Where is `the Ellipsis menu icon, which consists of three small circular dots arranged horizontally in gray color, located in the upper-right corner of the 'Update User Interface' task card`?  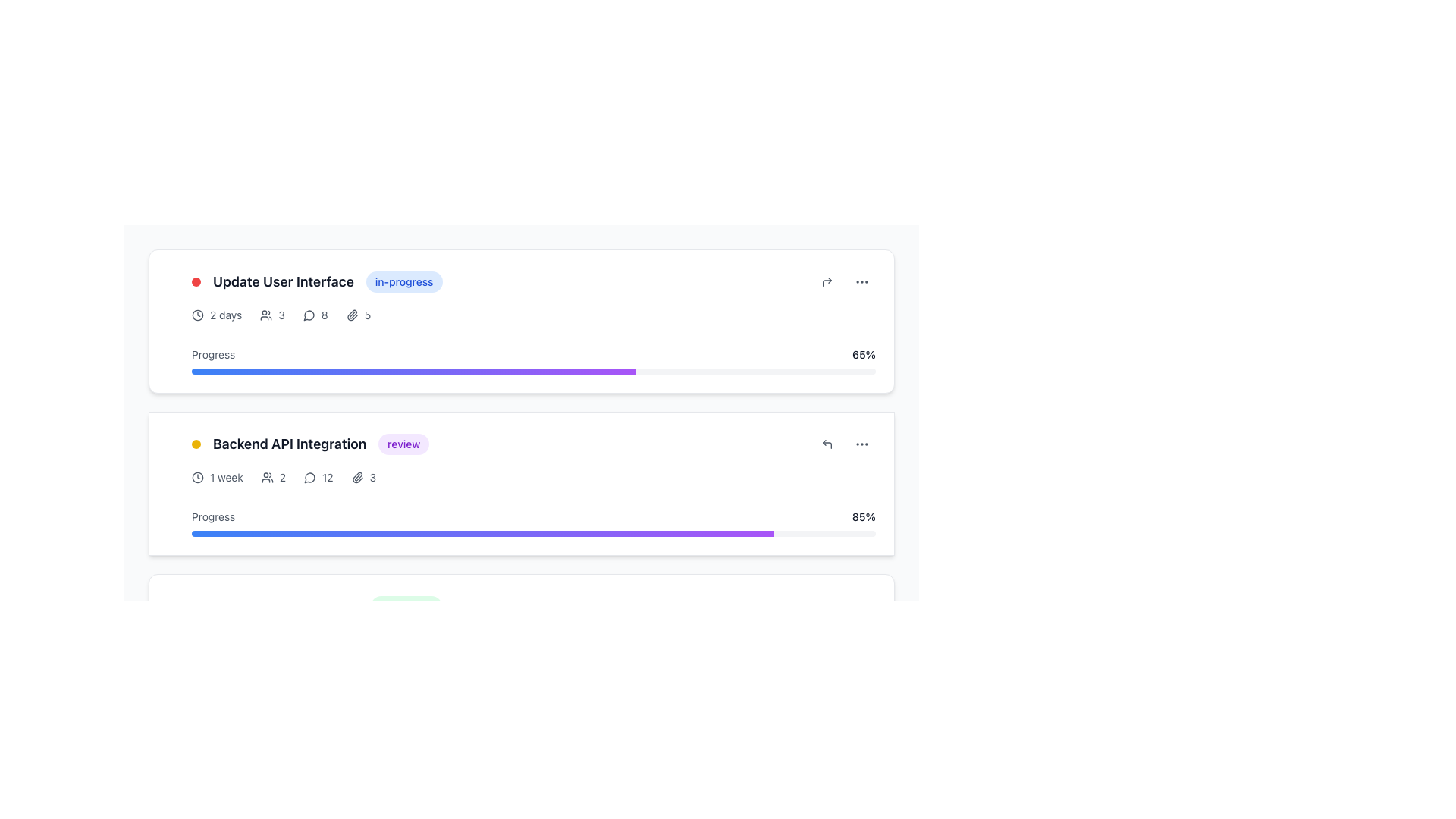
the Ellipsis menu icon, which consists of three small circular dots arranged horizontally in gray color, located in the upper-right corner of the 'Update User Interface' task card is located at coordinates (862, 281).